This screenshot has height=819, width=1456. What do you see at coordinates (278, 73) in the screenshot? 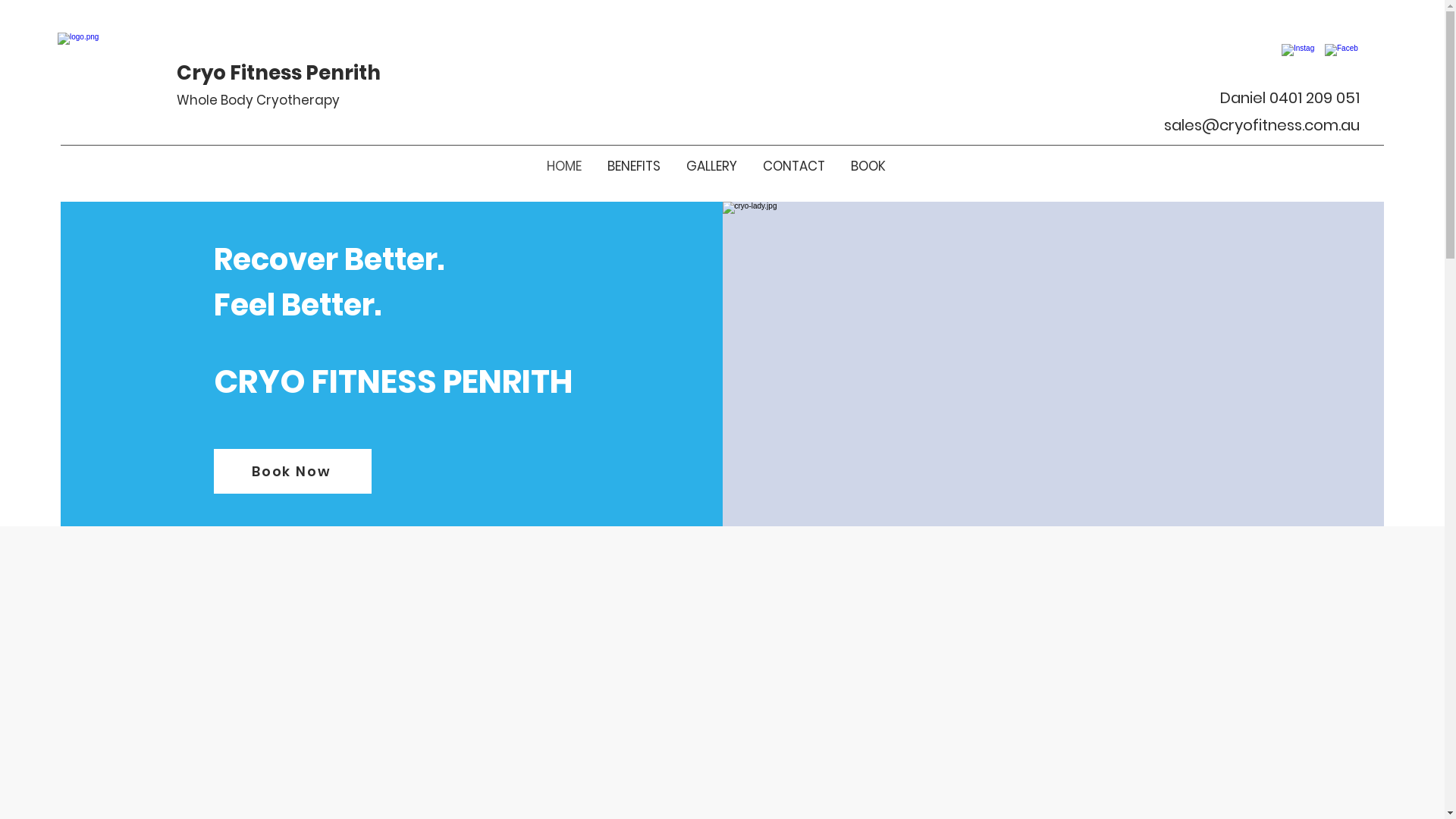
I see `'Cryo Fitness Penrith'` at bounding box center [278, 73].